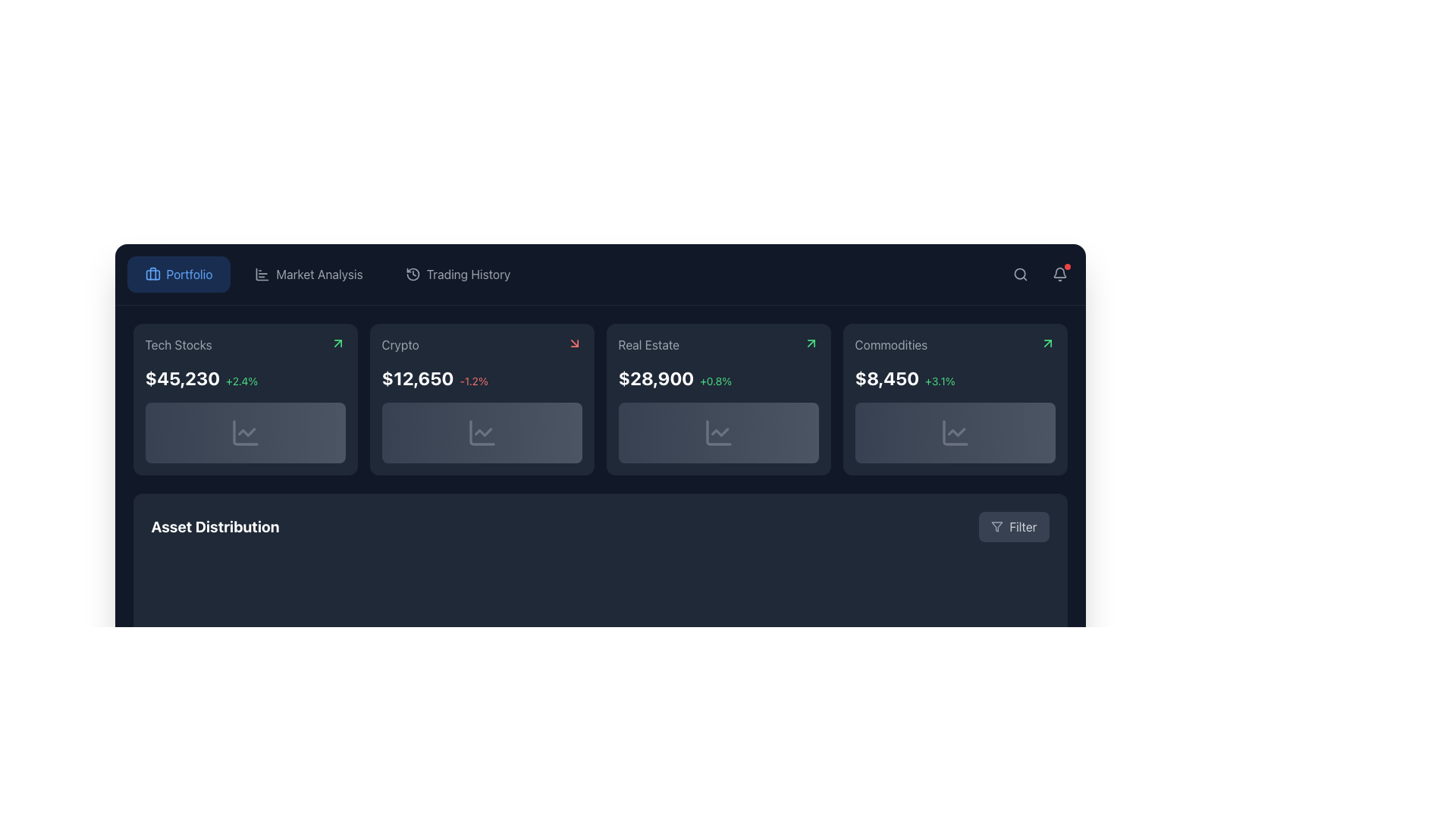 This screenshot has width=1456, height=819. What do you see at coordinates (1059, 275) in the screenshot?
I see `the bell-shaped icon with a gray outline located in the top-right corner of the interface` at bounding box center [1059, 275].